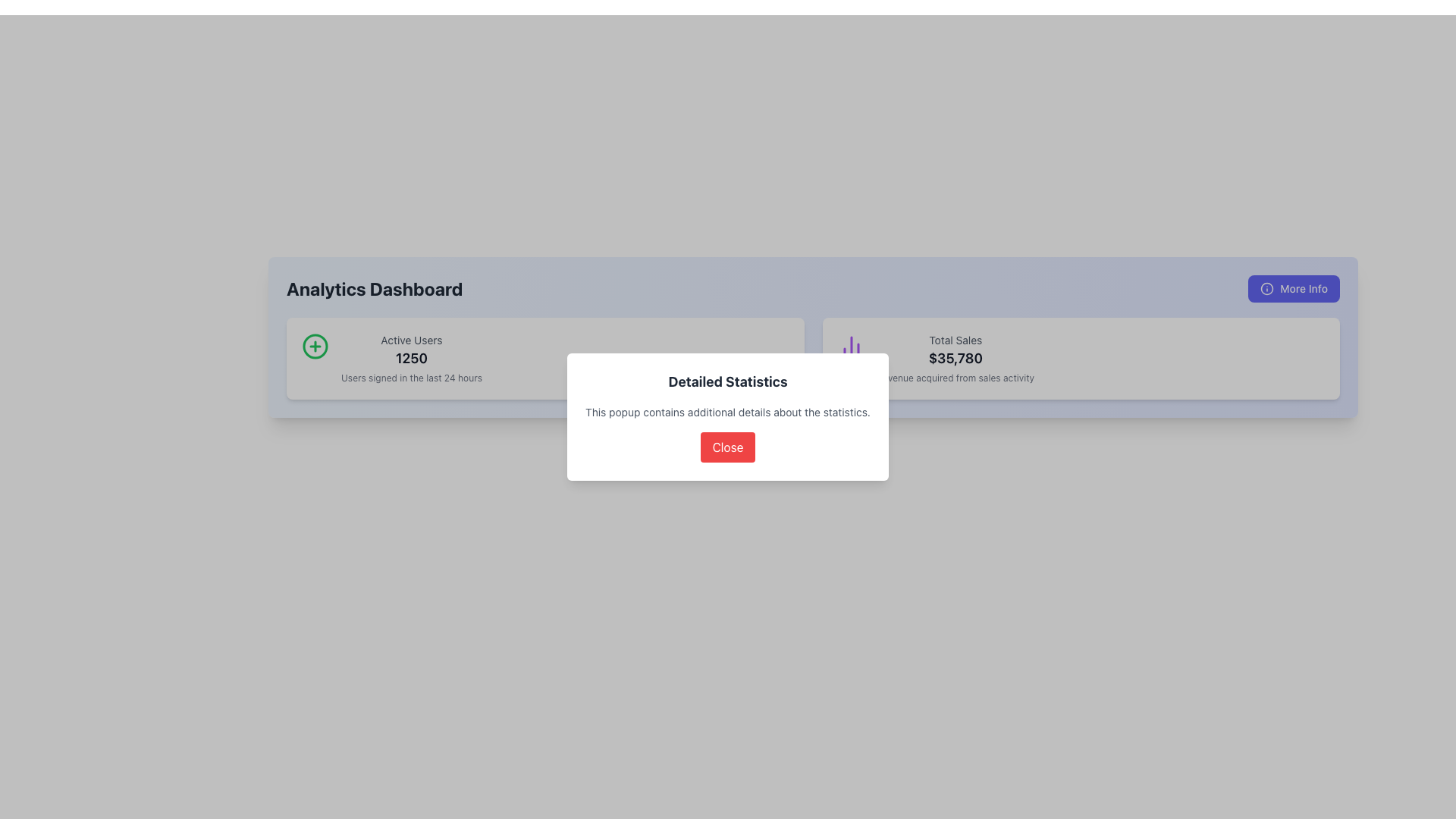 This screenshot has height=819, width=1456. I want to click on the text element that reads 'This popup contains additional details about the statistics.' which is styled in a smaller gray font and is located within a white popup box, below the title 'Detailed Statistics' and above the red Close button, so click(728, 412).